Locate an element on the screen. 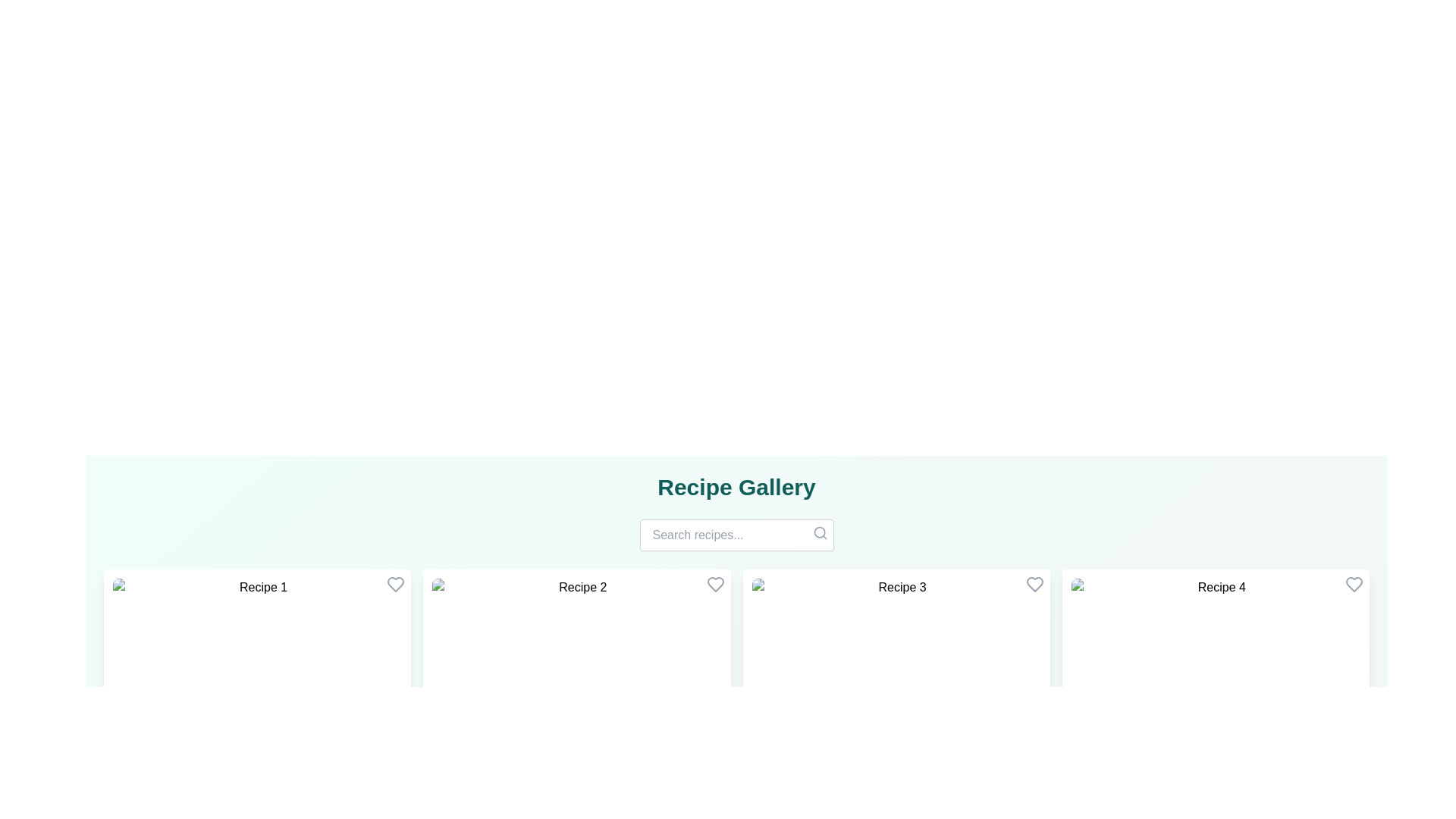 The image size is (1456, 819). the heading text element that indicates the purpose of the content below, which is a gallery of recipes is located at coordinates (736, 488).